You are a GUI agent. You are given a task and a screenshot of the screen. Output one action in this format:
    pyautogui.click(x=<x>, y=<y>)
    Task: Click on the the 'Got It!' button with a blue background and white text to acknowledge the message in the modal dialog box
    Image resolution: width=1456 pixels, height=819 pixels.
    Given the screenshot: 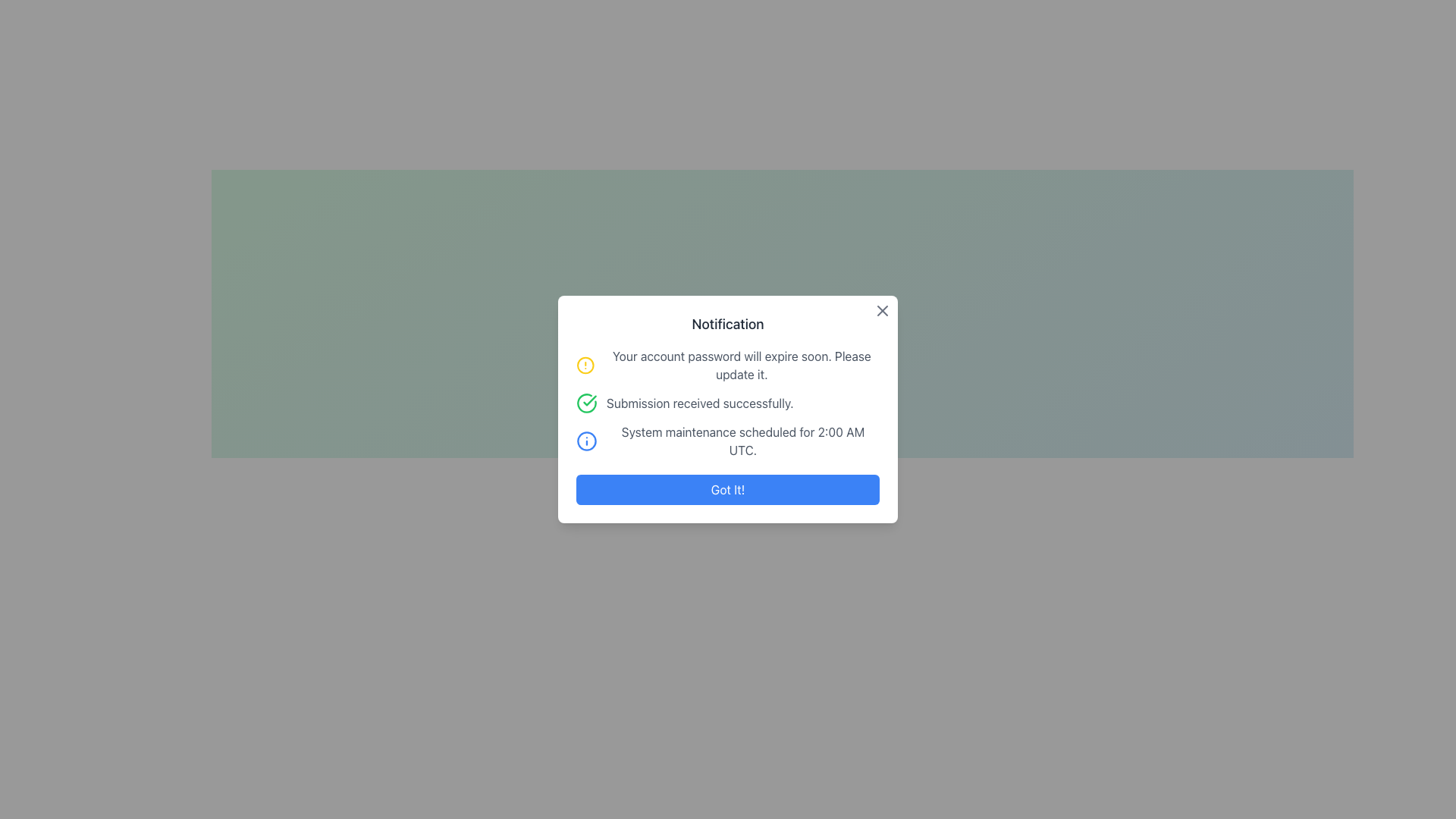 What is the action you would take?
    pyautogui.click(x=728, y=489)
    